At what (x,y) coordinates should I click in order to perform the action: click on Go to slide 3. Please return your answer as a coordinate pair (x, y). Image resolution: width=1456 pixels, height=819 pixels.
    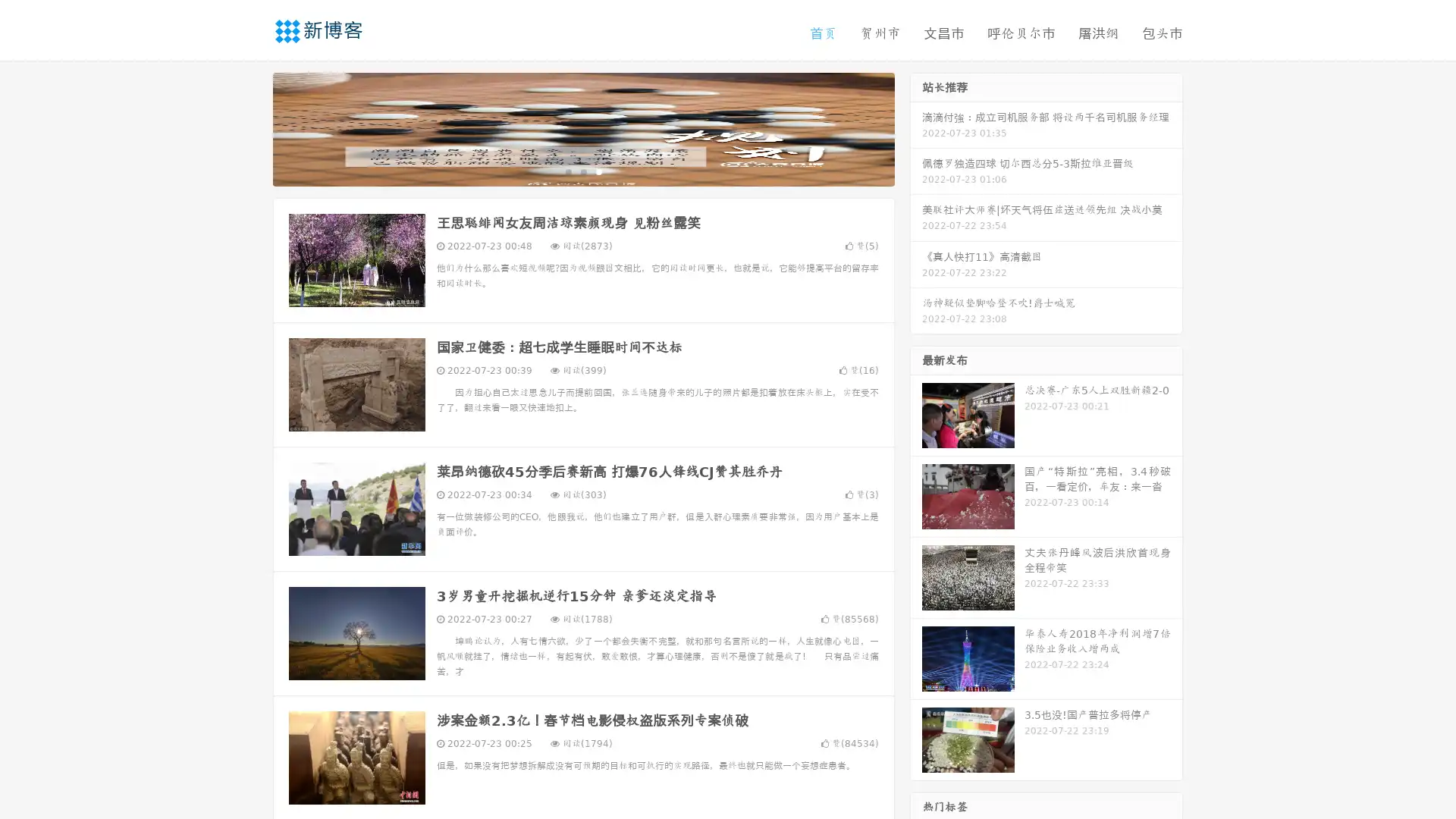
    Looking at the image, I should click on (598, 171).